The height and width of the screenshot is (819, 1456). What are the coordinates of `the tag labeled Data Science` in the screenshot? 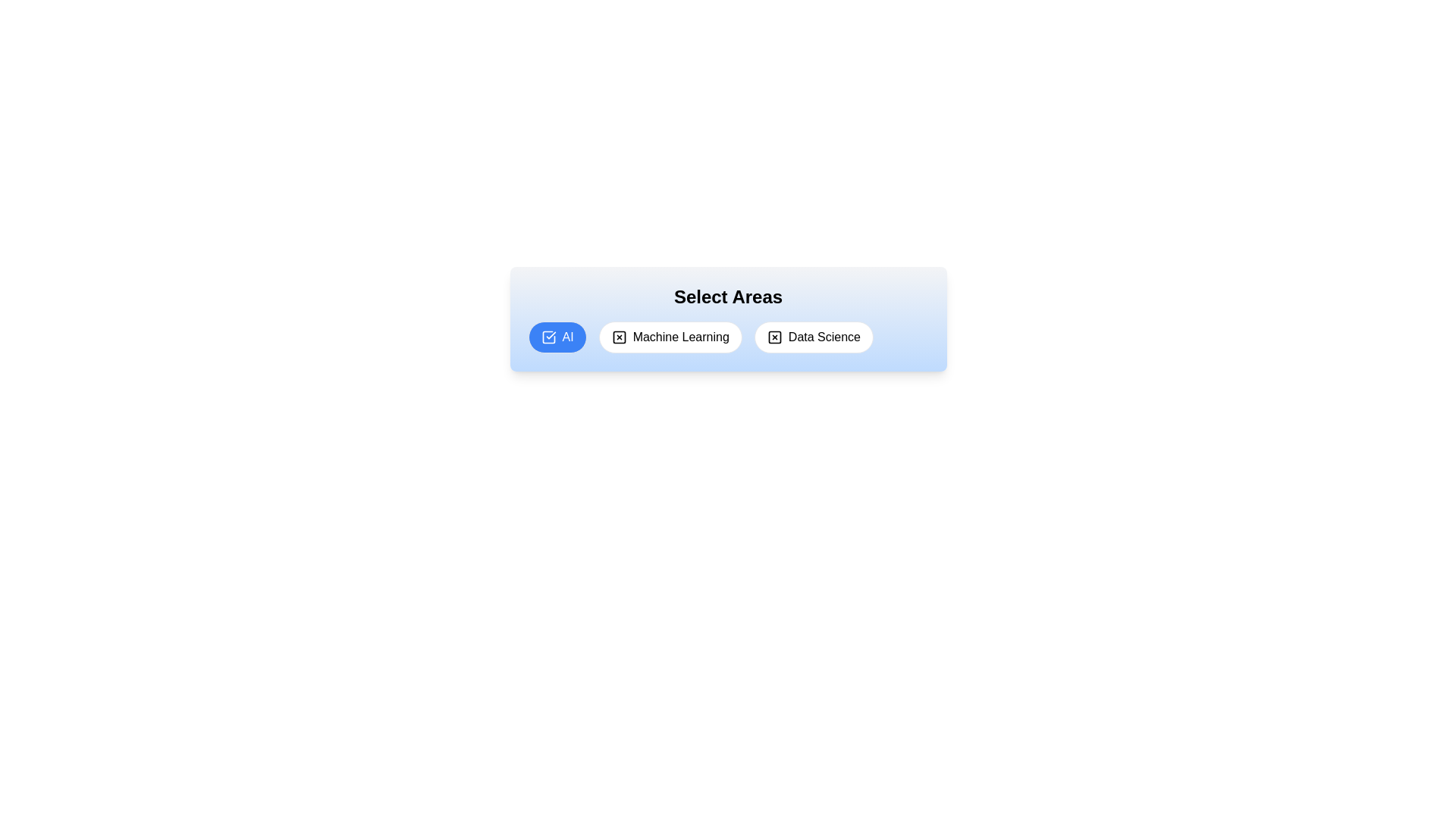 It's located at (813, 336).